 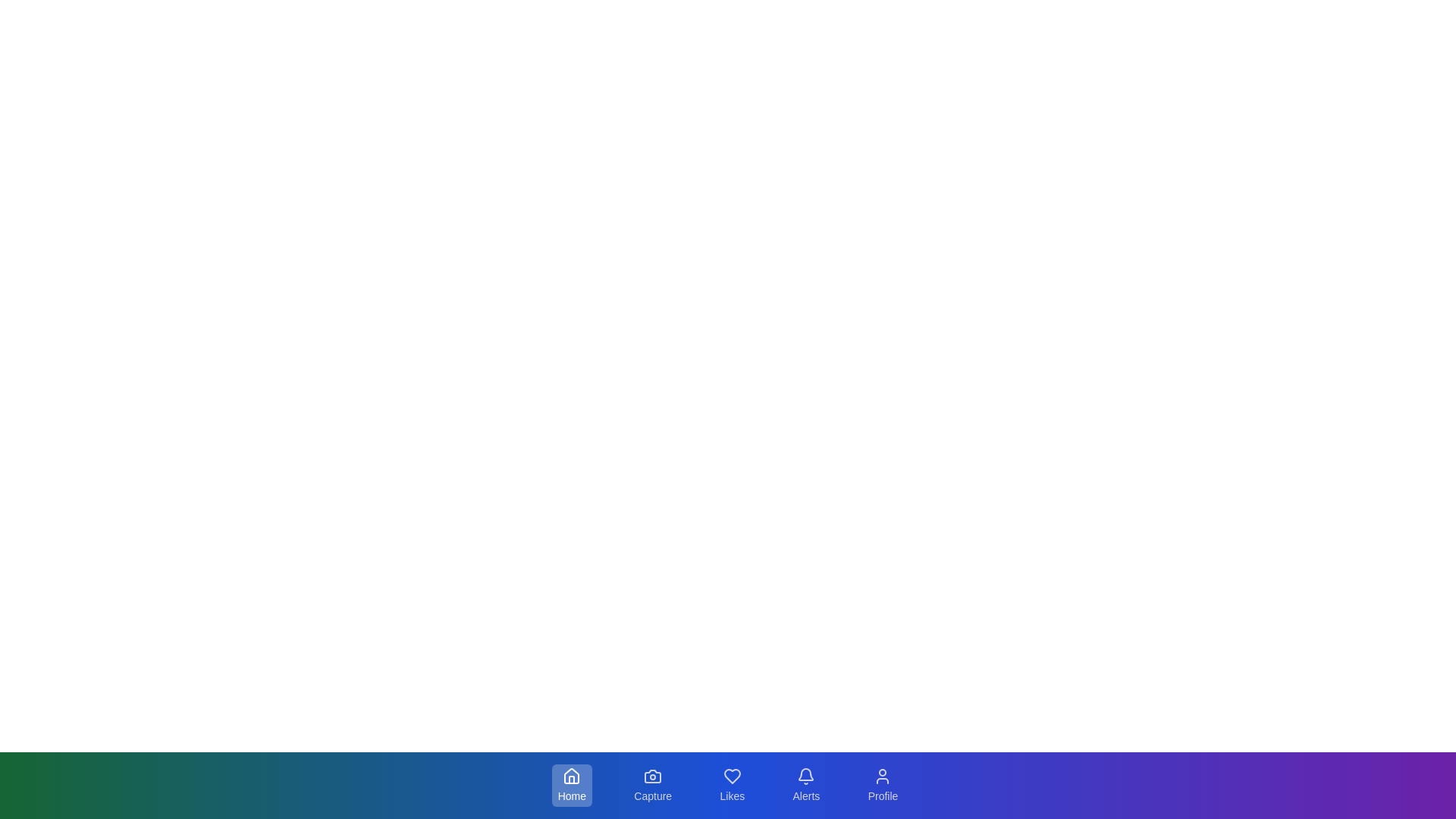 I want to click on the button labeled Home to observe the visual feedback, so click(x=570, y=785).